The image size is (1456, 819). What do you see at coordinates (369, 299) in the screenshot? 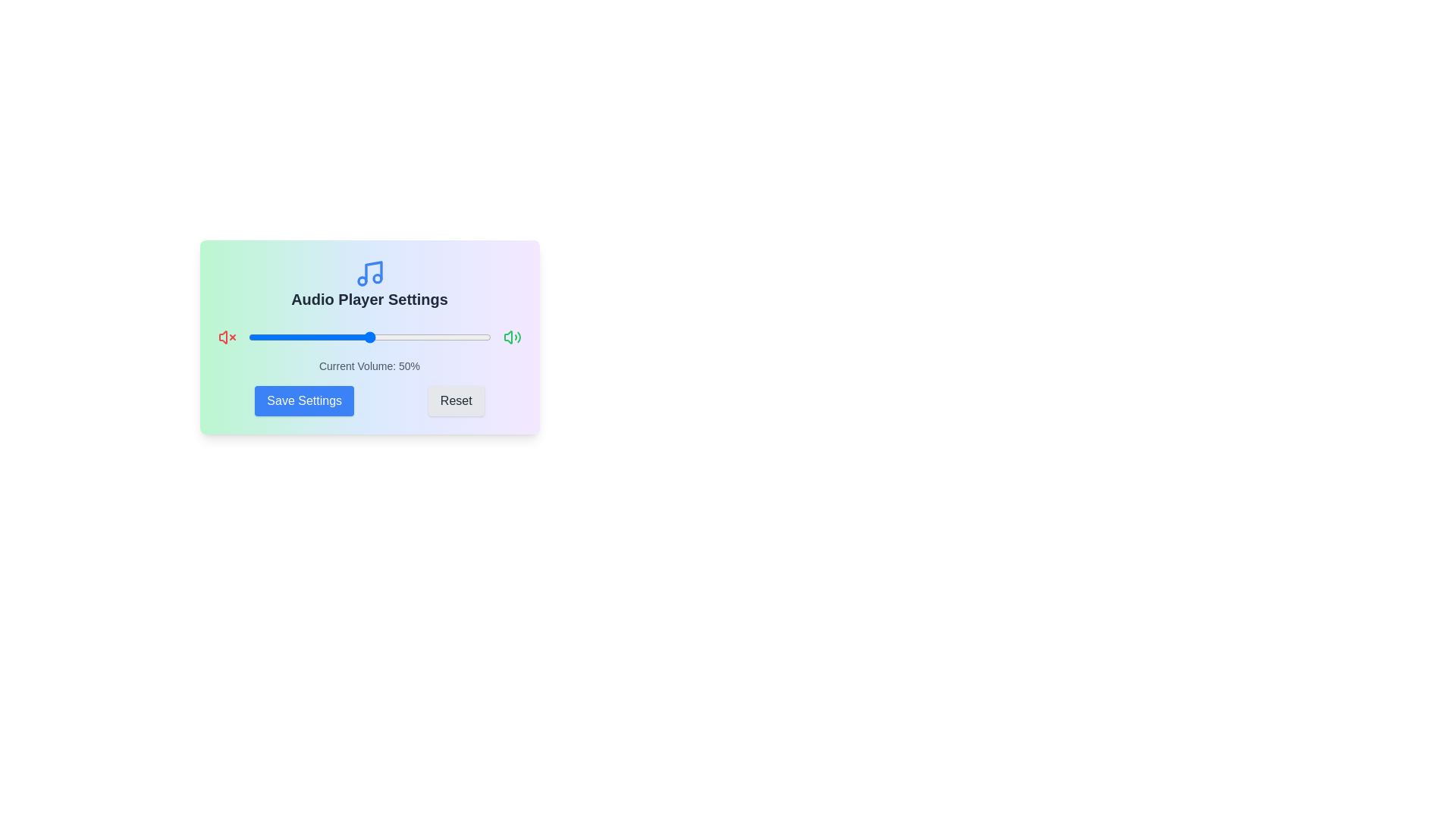
I see `the 'Audio Player Settings' heading, which is positioned below a music icon in the upper section of the settings card` at bounding box center [369, 299].